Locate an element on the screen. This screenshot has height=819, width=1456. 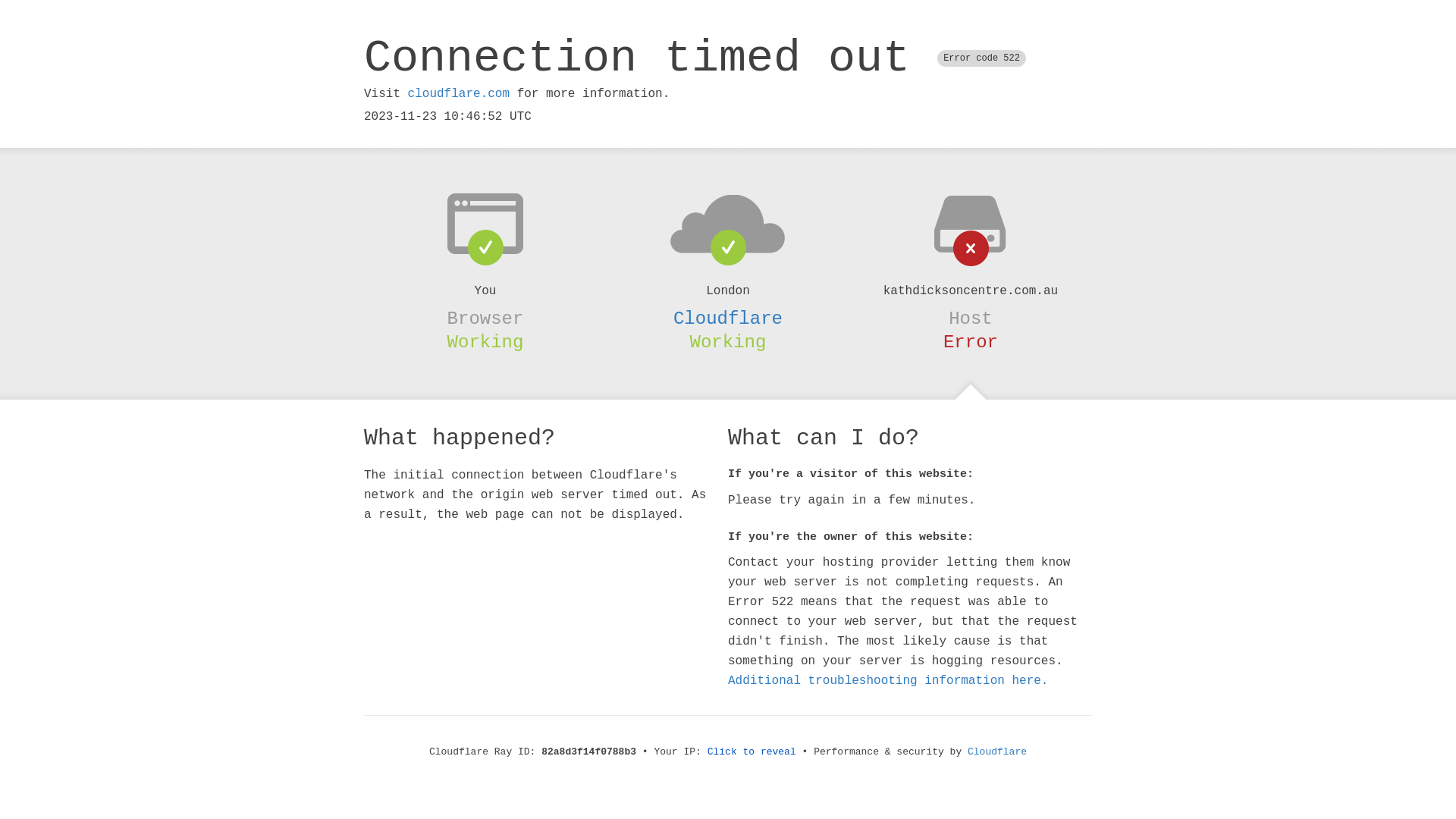
'Cloudflare' is located at coordinates (728, 318).